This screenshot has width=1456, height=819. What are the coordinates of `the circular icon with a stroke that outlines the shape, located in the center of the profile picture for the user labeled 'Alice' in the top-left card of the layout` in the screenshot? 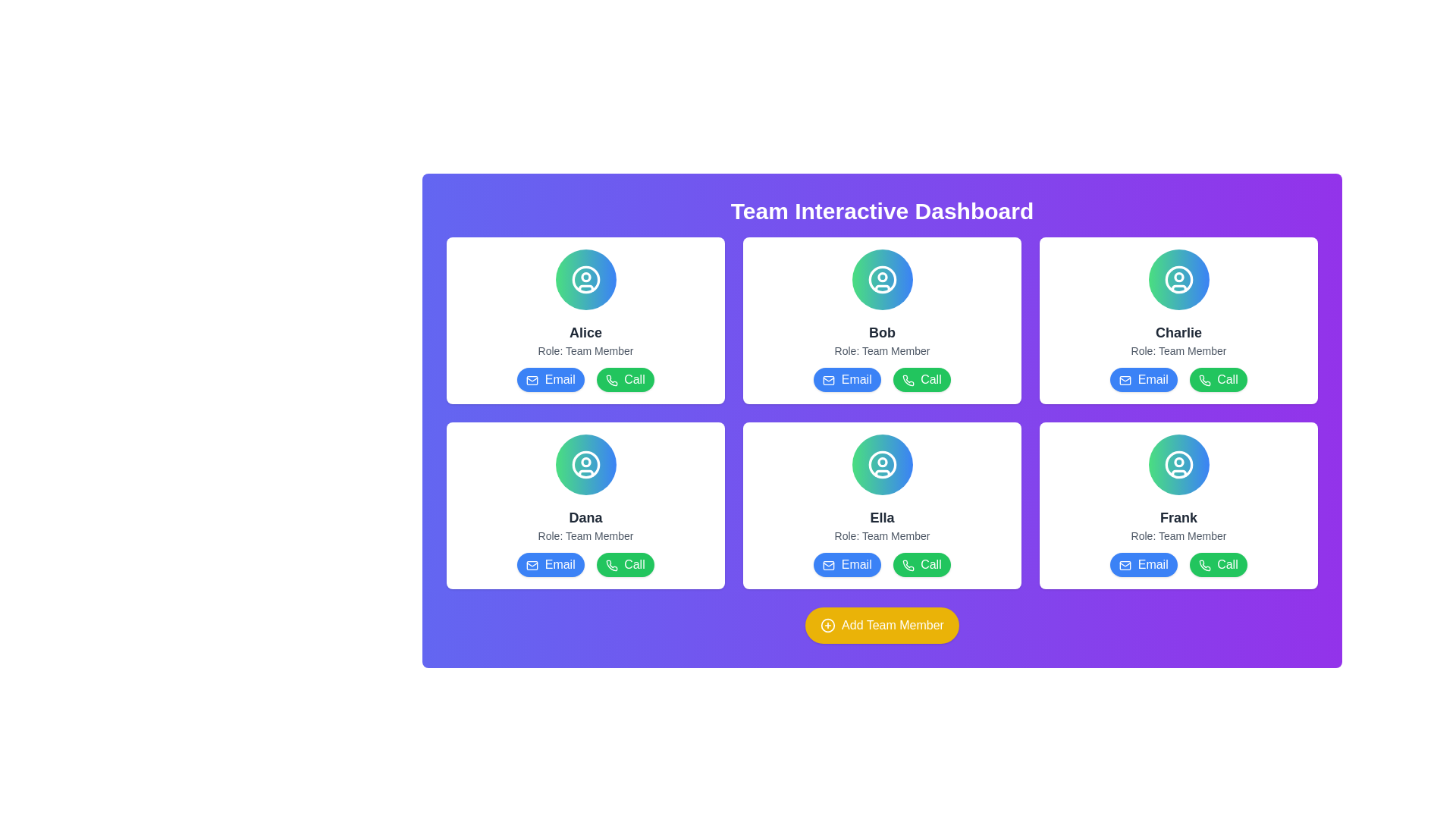 It's located at (585, 280).